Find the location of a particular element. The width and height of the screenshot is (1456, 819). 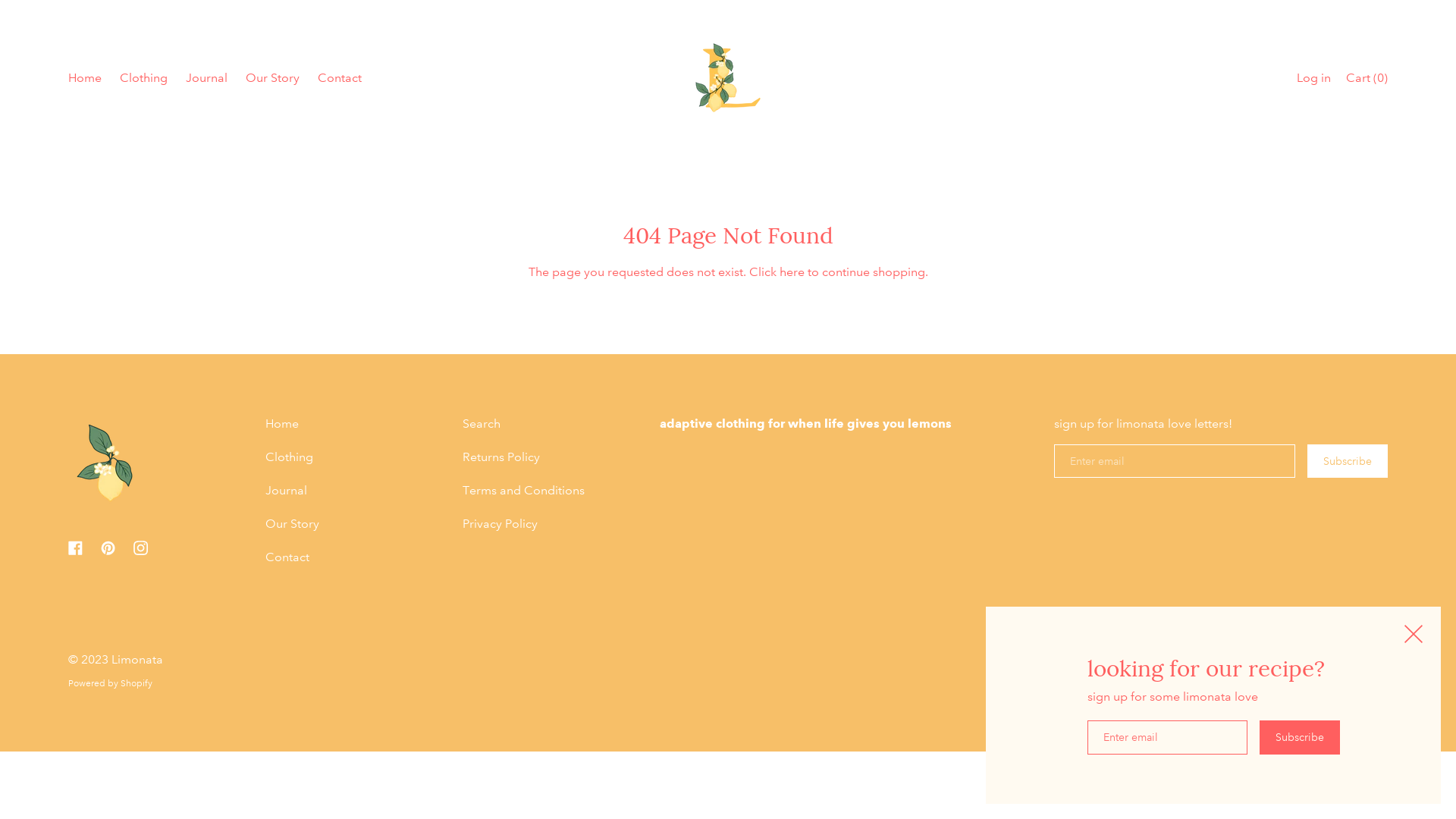

'Instagram' is located at coordinates (140, 548).